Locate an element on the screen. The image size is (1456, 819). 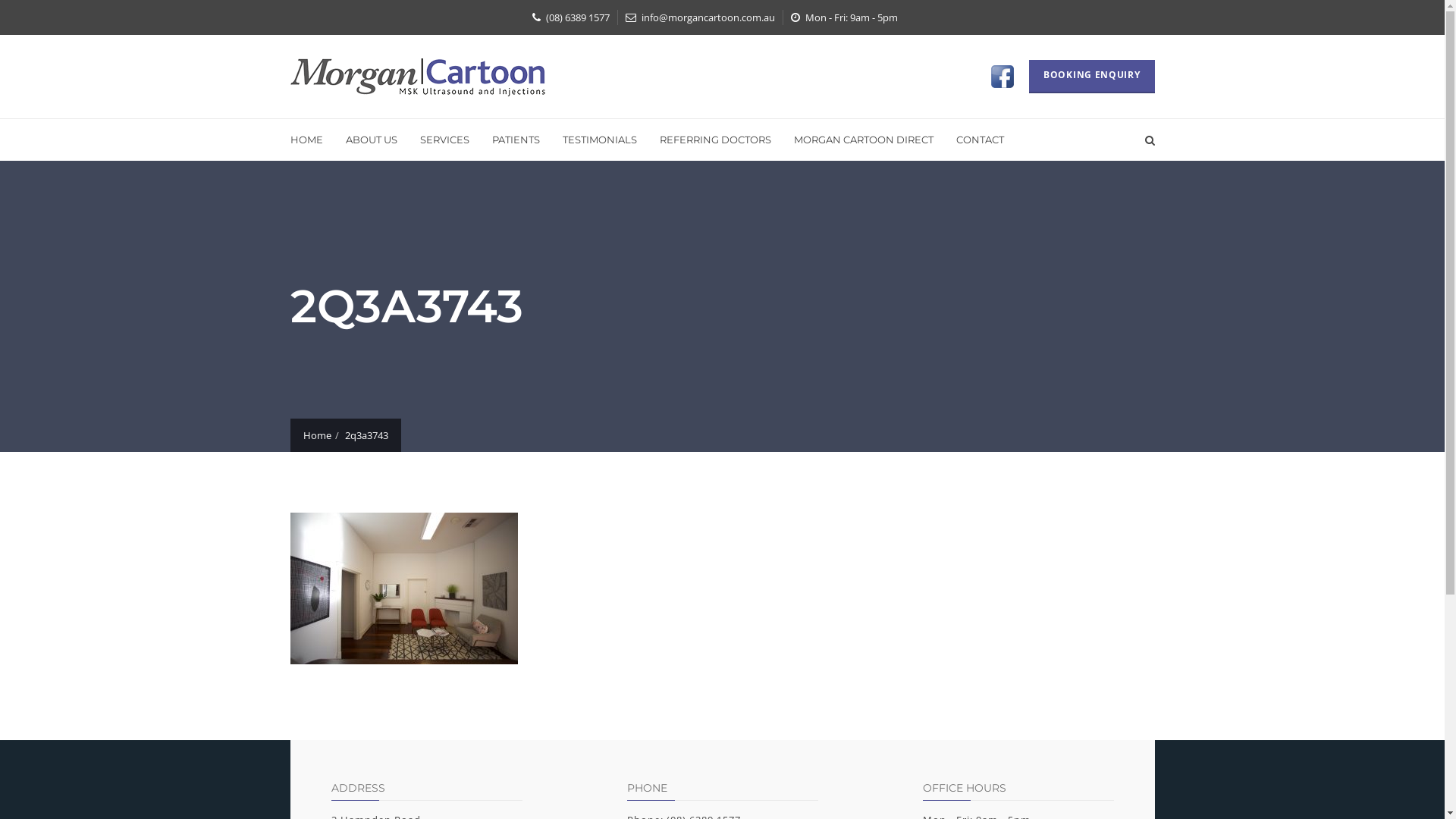
'PATIENTS' is located at coordinates (516, 140).